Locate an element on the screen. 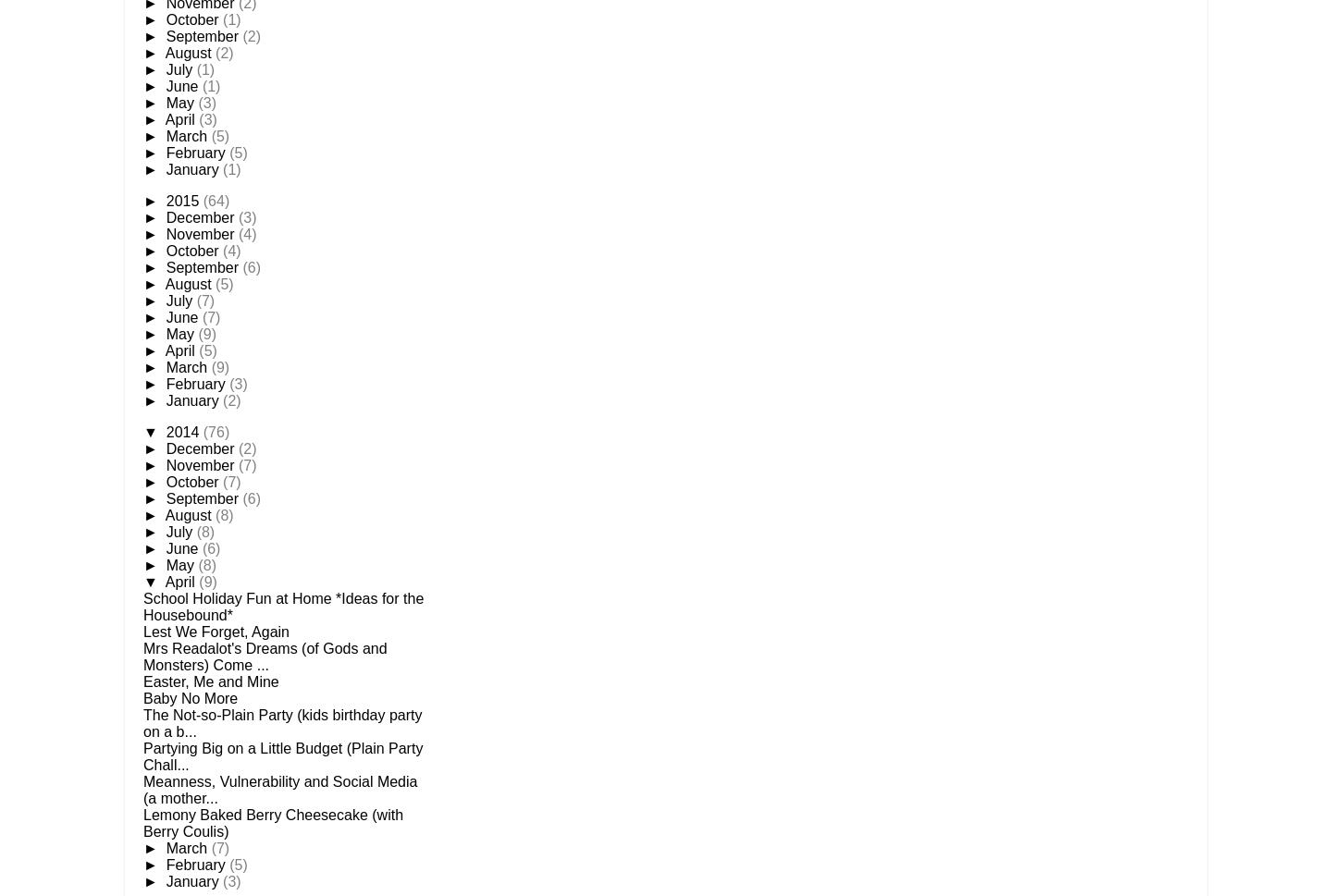 The width and height of the screenshot is (1332, 896). 'Partying Big on a Little Budget (Plain Party Chall...' is located at coordinates (142, 756).